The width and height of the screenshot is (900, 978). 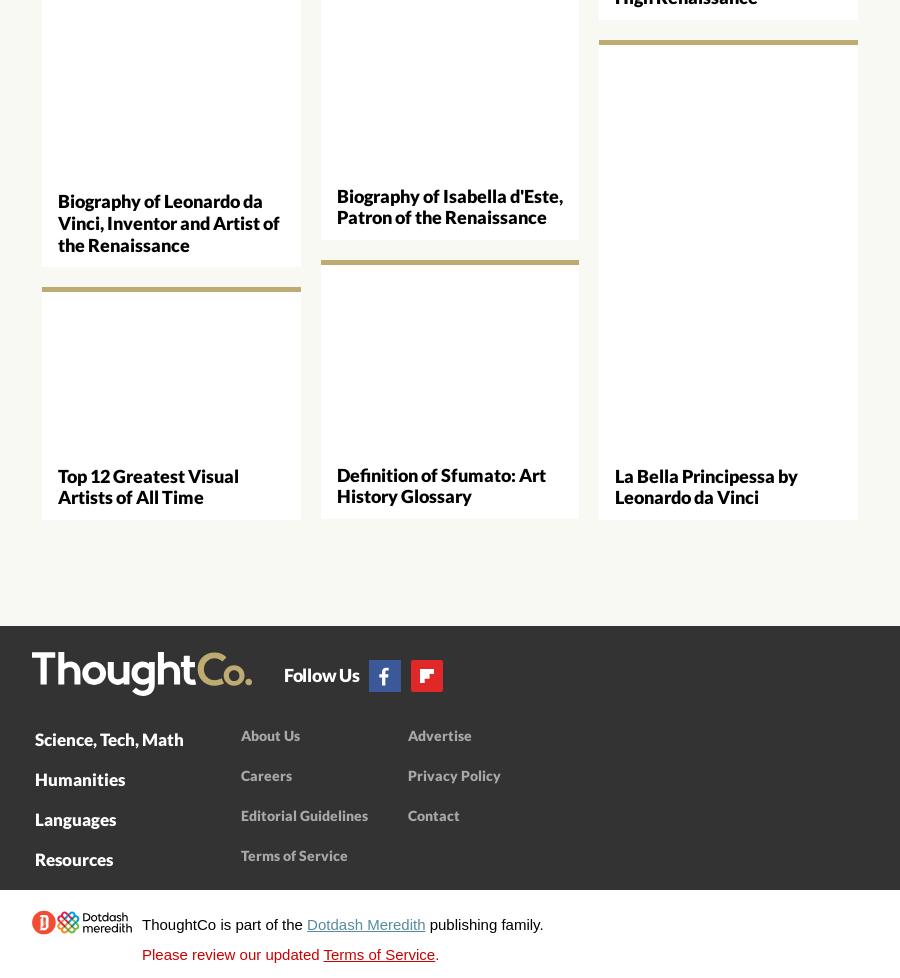 What do you see at coordinates (449, 205) in the screenshot?
I see `'Biography of Isabella d'Este, Patron of the Renaissance'` at bounding box center [449, 205].